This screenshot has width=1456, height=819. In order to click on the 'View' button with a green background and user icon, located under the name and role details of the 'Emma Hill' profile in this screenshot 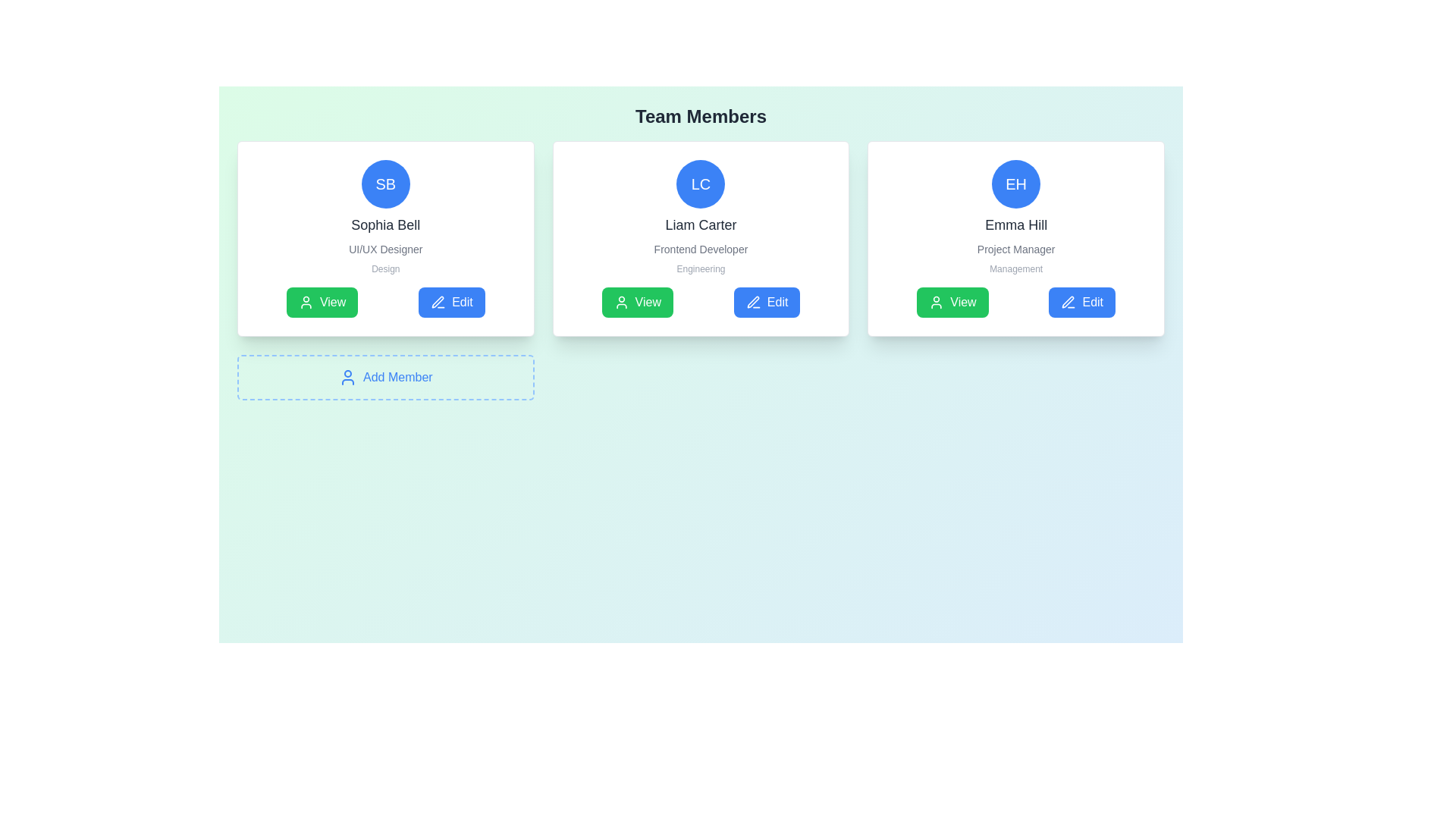, I will do `click(952, 302)`.